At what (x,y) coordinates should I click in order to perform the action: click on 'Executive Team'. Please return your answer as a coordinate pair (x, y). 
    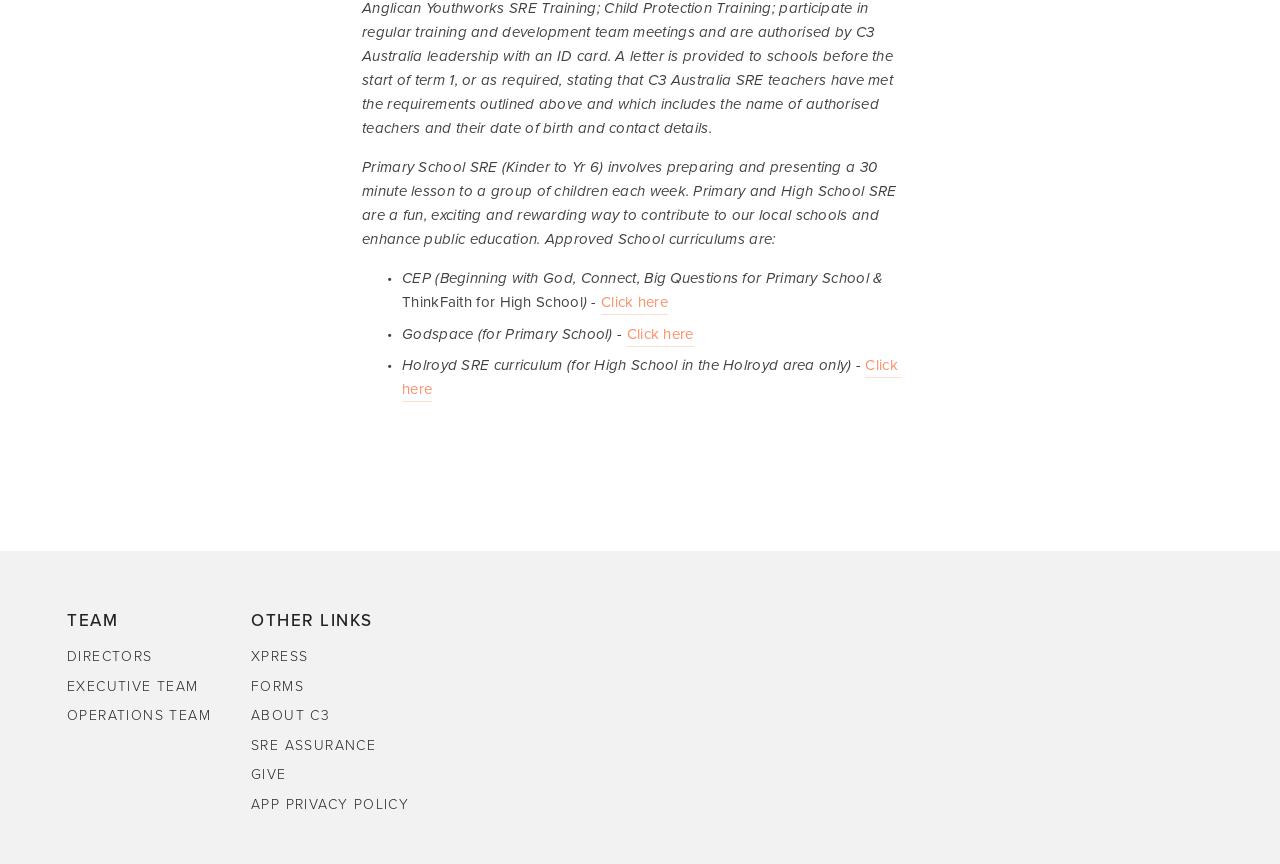
    Looking at the image, I should click on (66, 685).